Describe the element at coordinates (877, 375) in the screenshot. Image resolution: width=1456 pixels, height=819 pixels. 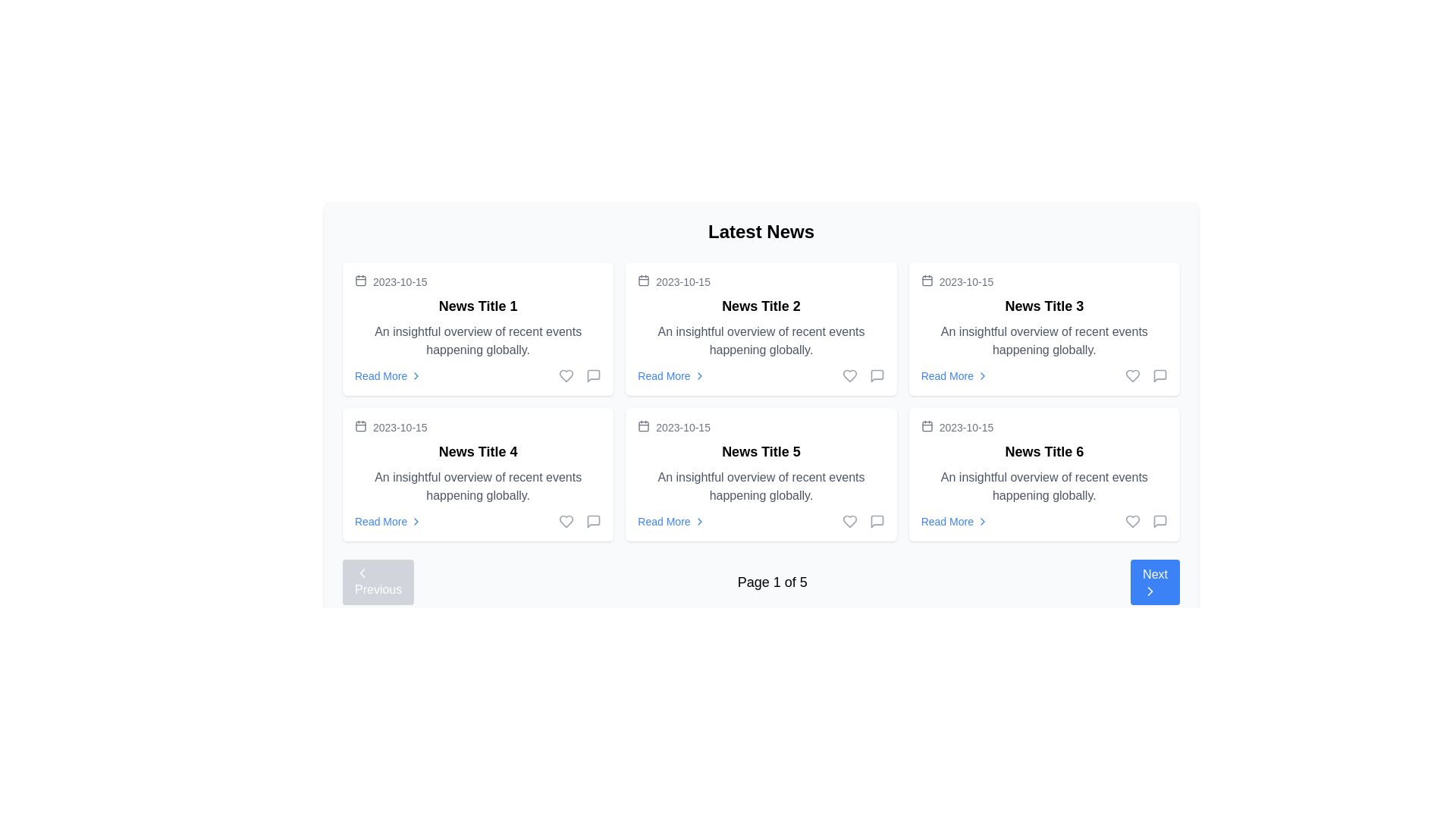
I see `the light gray speech bubble icon located to the right of the 'News Title 2' in the card layout` at that location.